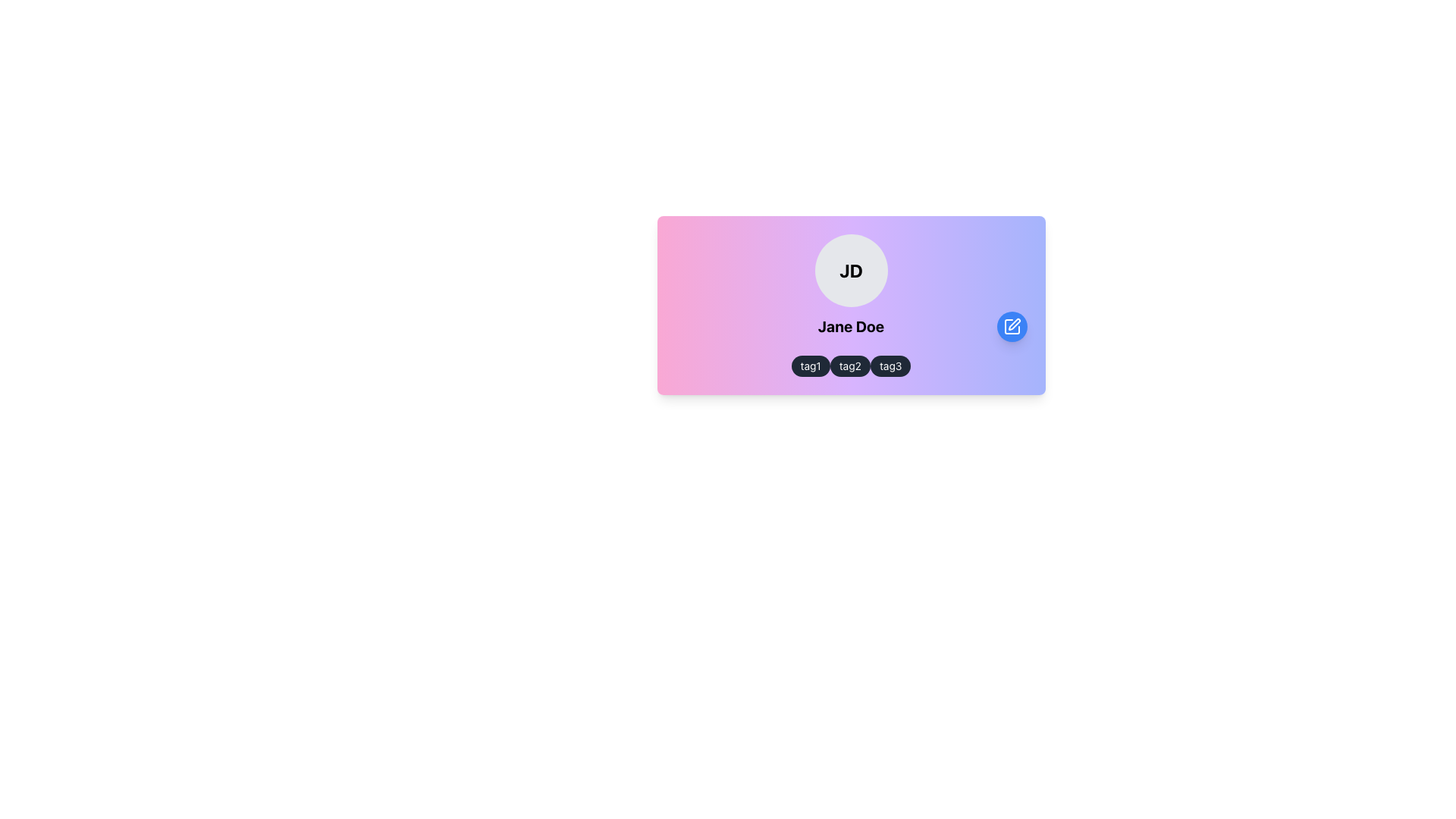 The width and height of the screenshot is (1456, 819). I want to click on text displayed as 'Jane Doe', which is bold and larger font, centrally aligned beneath a circular avatar and above a row of tags, so click(851, 326).